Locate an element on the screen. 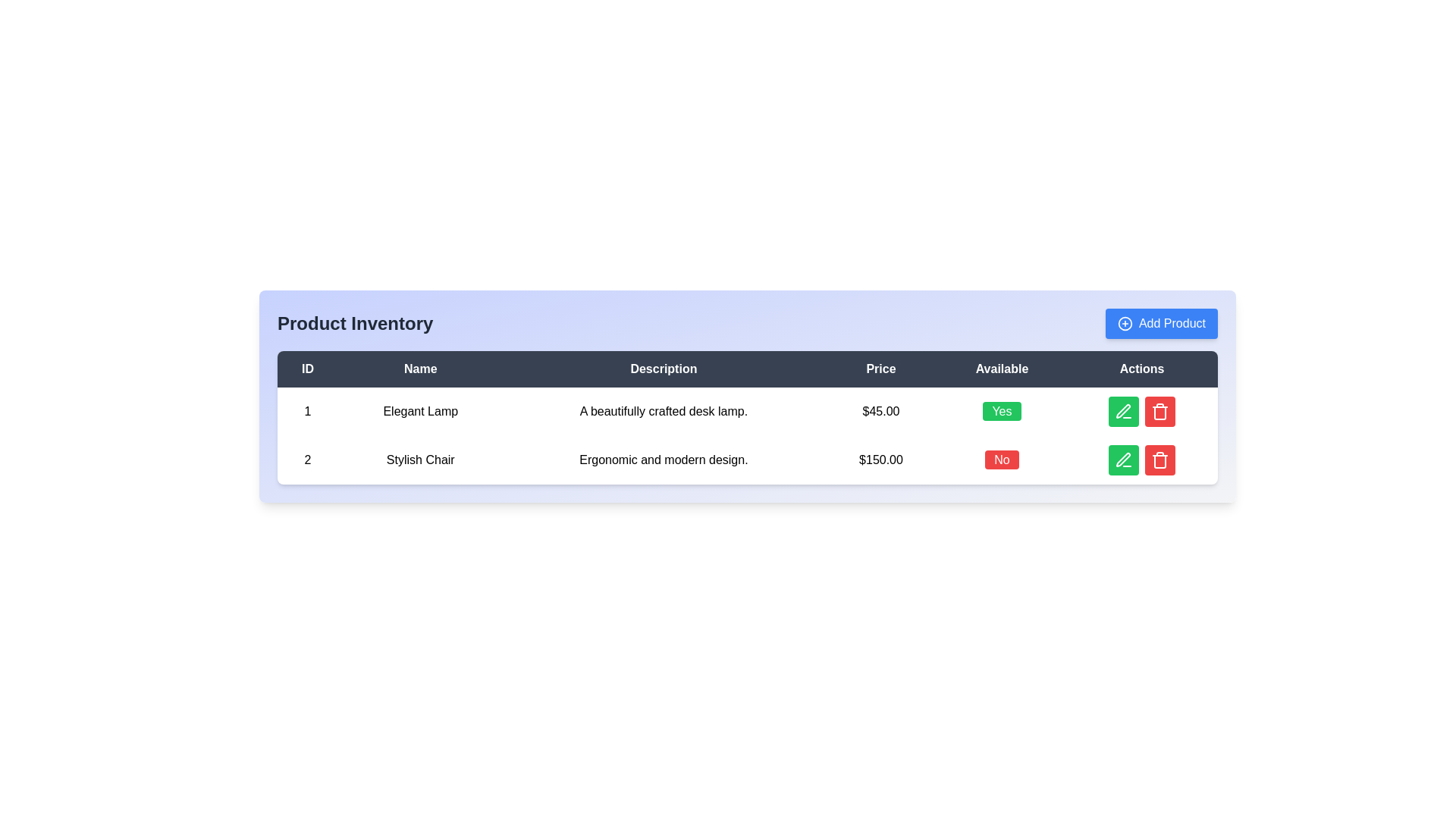  the Price display field for the 'Elegant Lamp' product, which is located in the fourth column of the first row under the 'Price' heading is located at coordinates (880, 412).